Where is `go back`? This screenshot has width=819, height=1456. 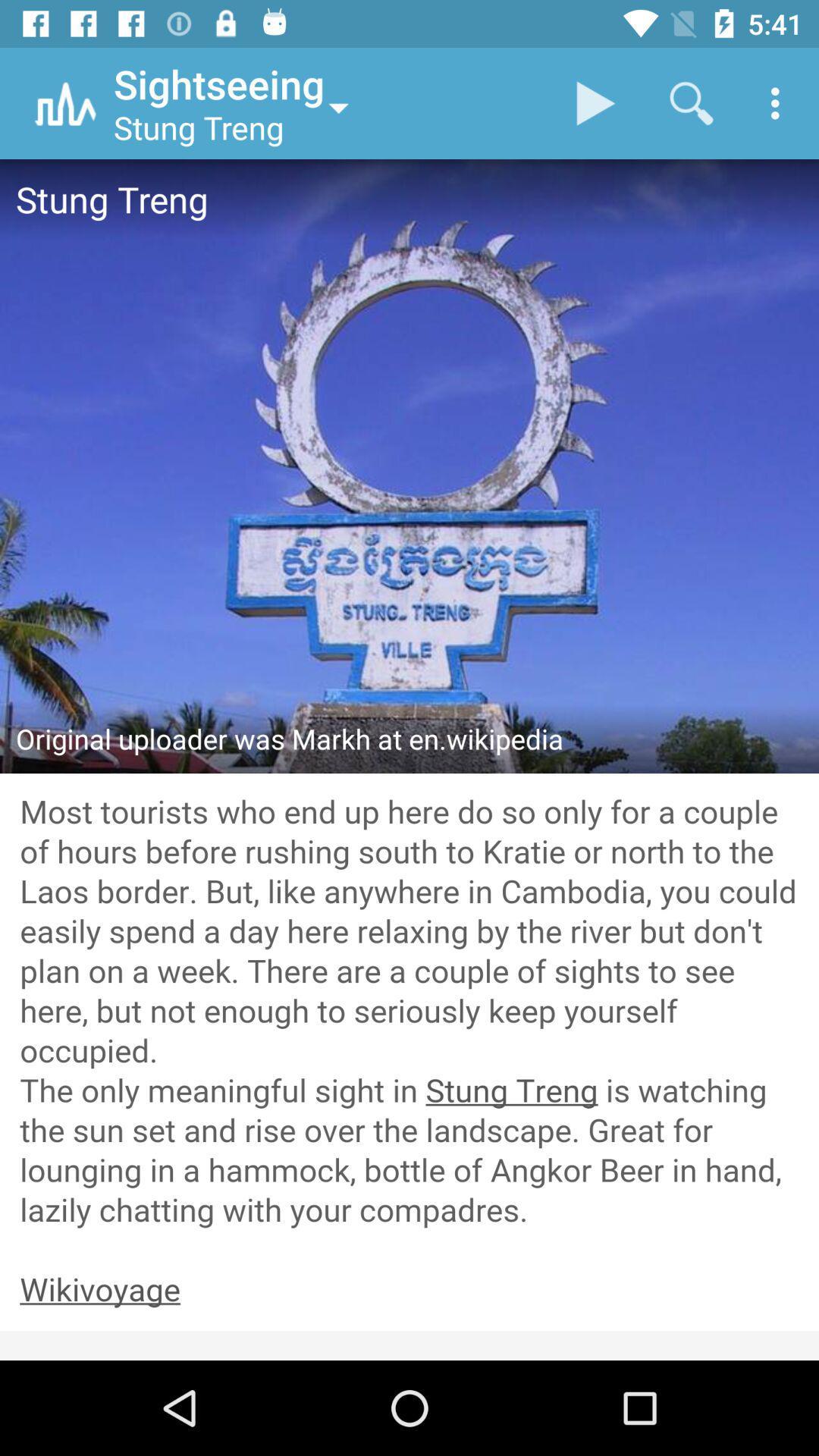 go back is located at coordinates (409, 1290).